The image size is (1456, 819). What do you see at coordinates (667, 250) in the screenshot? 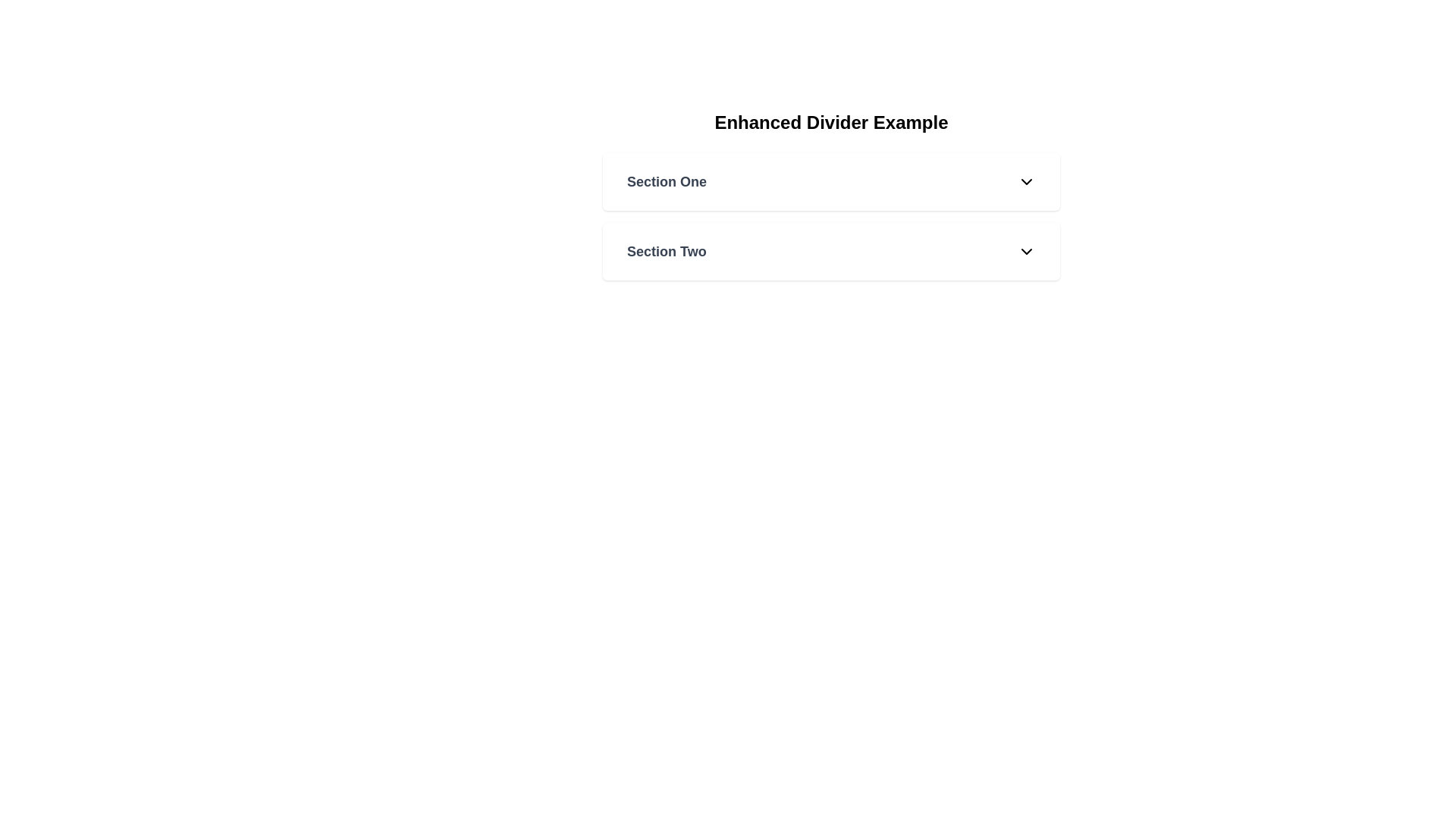
I see `title of the 'Section Two' text label, which indicates the currently selected section in the navigation list` at bounding box center [667, 250].